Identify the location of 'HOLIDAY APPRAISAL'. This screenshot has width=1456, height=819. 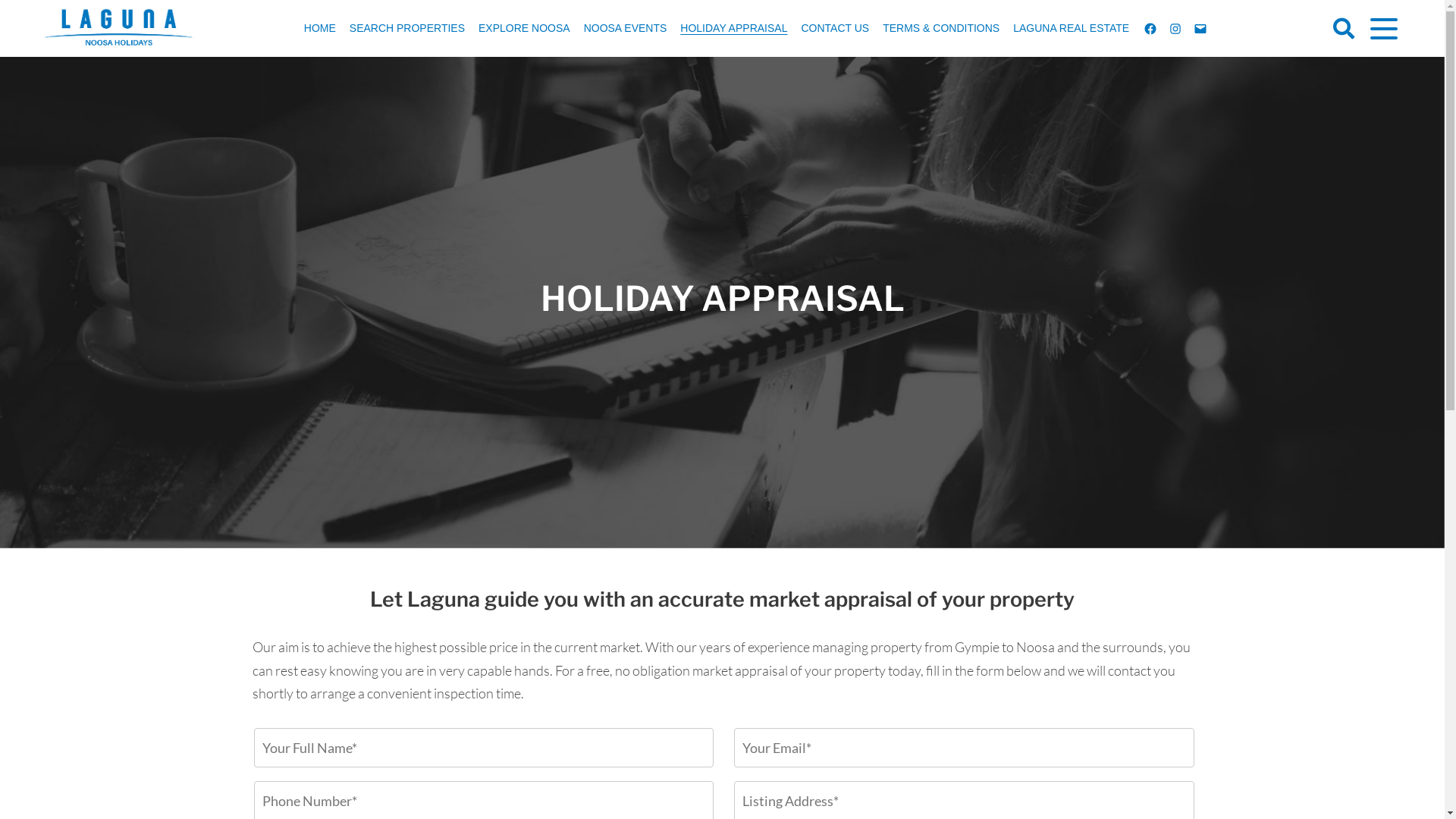
(733, 28).